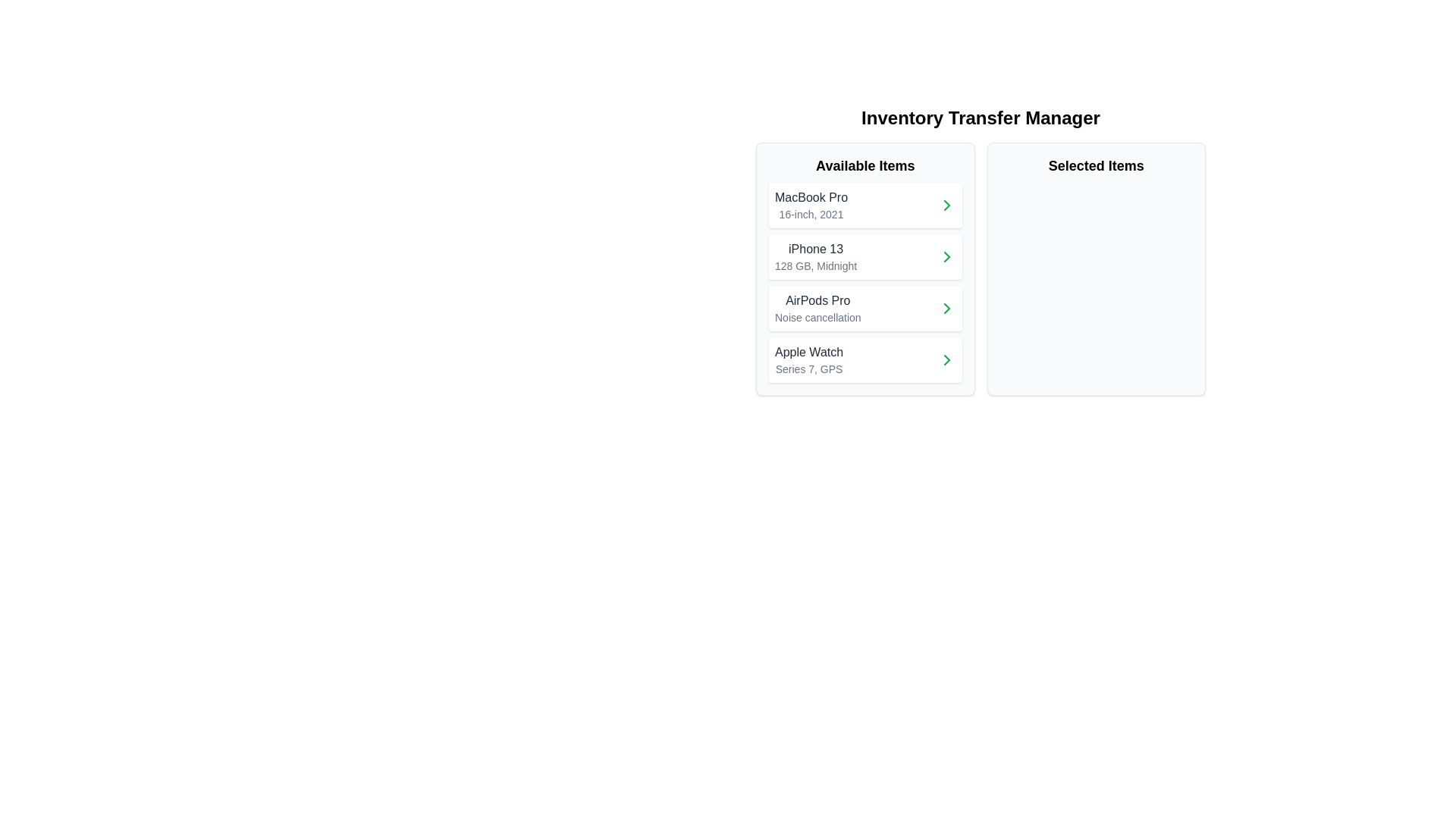  I want to click on the text label displaying 'AirPods Pro' located in the left panel labeled 'Available Items', which is the third entry in the list, positioned between 'iPhone 13' and 'Apple Watch', so click(817, 301).